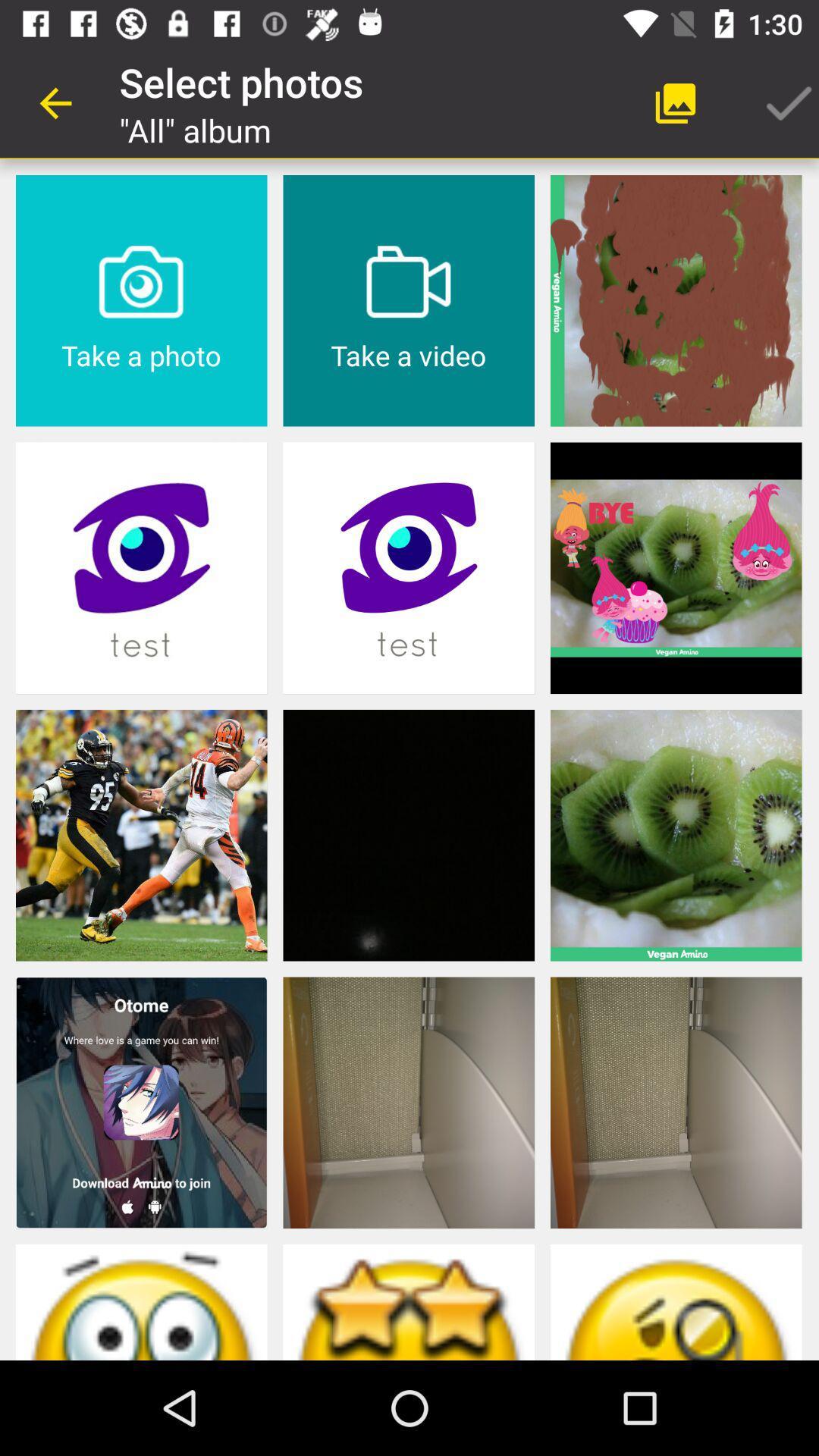 This screenshot has height=1456, width=819. Describe the element at coordinates (675, 102) in the screenshot. I see `item to the right of the select photos item` at that location.